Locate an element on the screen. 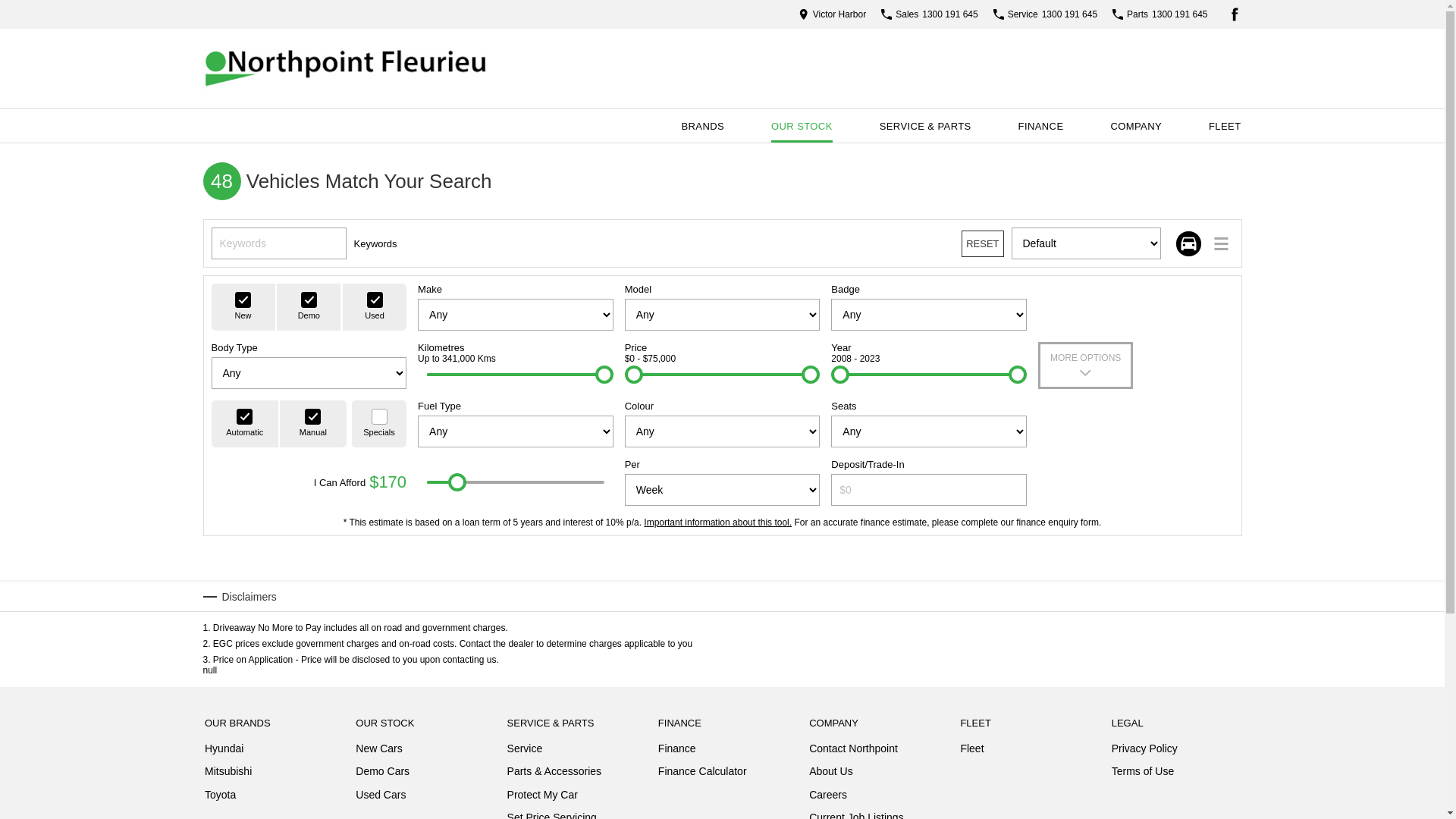 The height and width of the screenshot is (819, 1456). 'Parts is located at coordinates (1112, 14).